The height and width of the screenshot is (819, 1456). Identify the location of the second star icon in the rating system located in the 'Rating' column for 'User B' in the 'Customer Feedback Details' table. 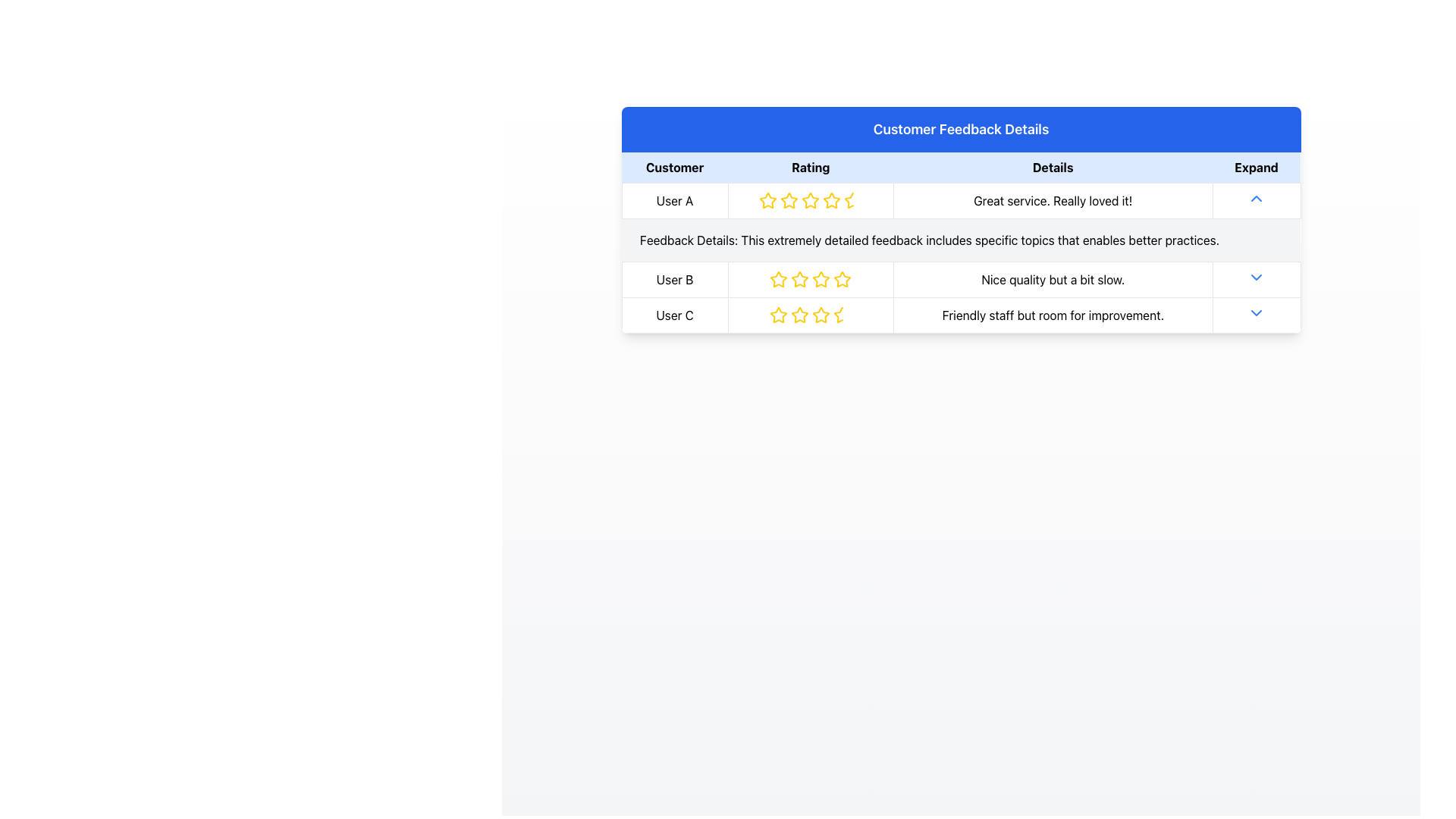
(799, 279).